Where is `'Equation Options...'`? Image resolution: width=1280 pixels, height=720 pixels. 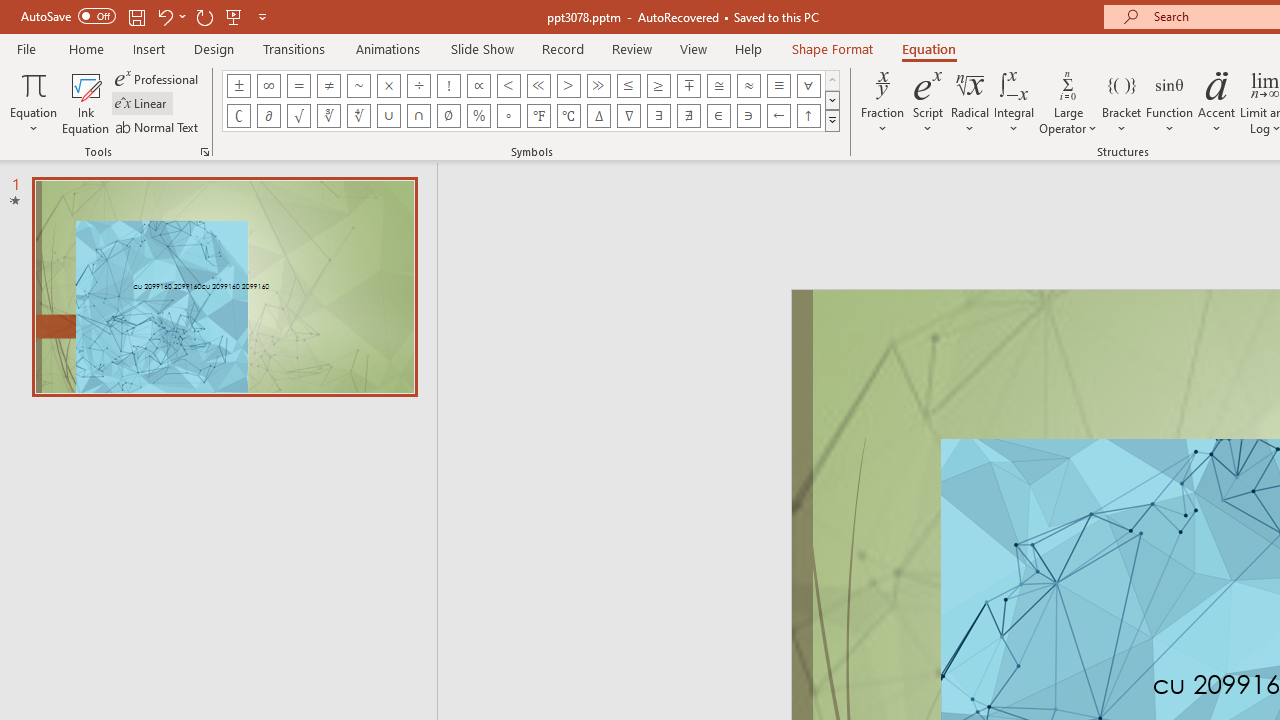 'Equation Options...' is located at coordinates (204, 150).